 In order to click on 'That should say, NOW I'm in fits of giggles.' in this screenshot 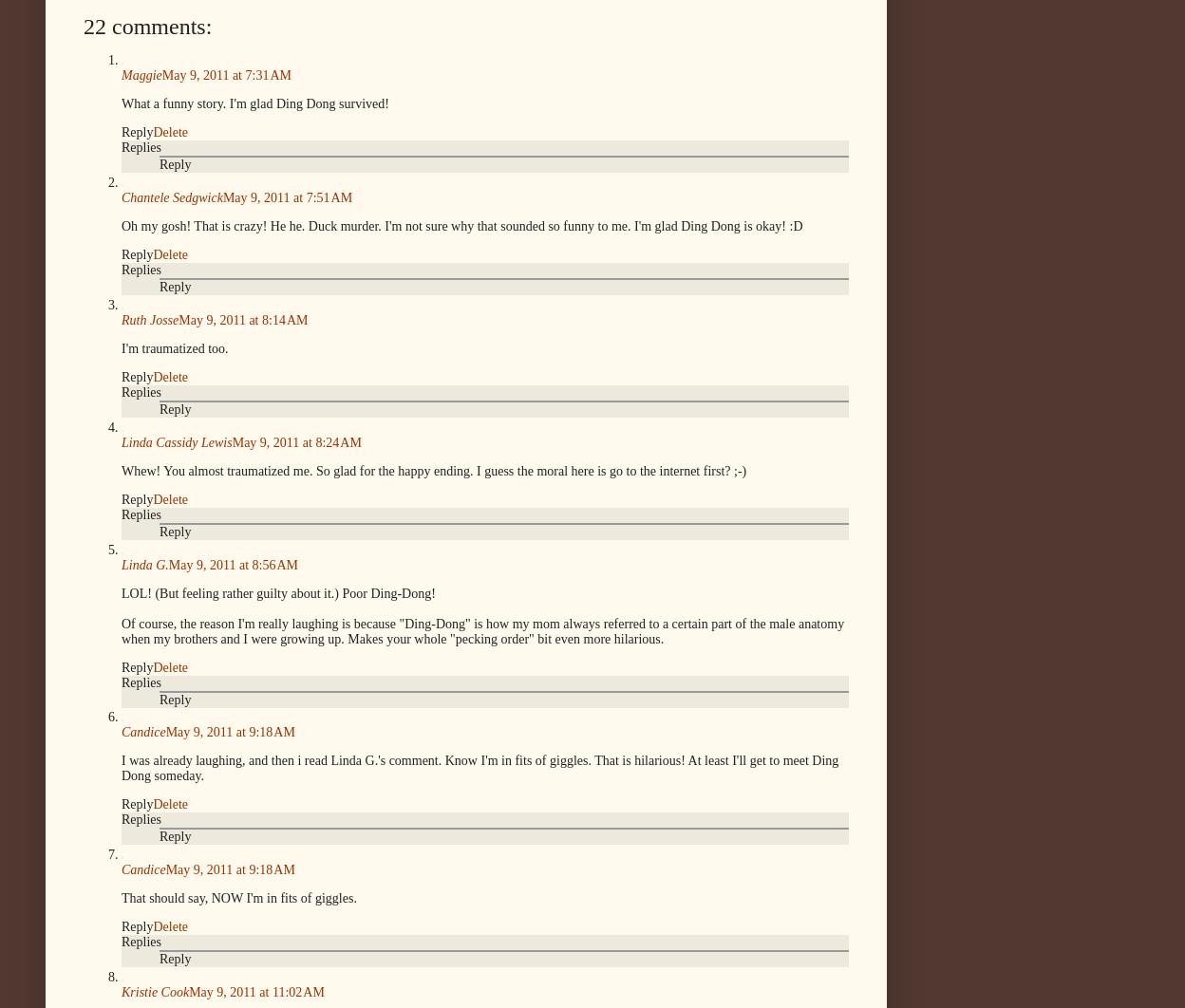, I will do `click(238, 897)`.